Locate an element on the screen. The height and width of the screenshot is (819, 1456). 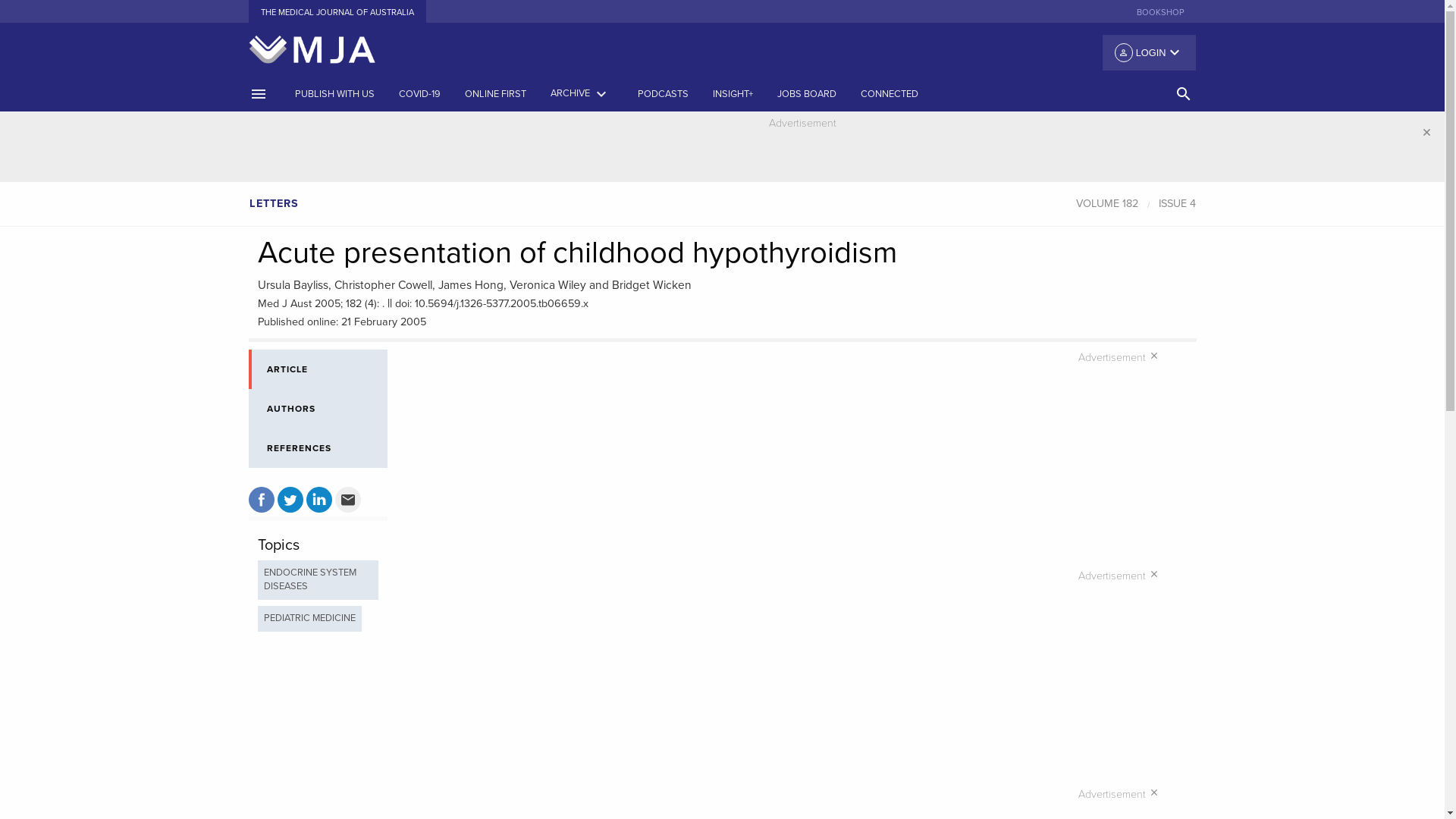
'ONLINE FIRST' is located at coordinates (494, 94).